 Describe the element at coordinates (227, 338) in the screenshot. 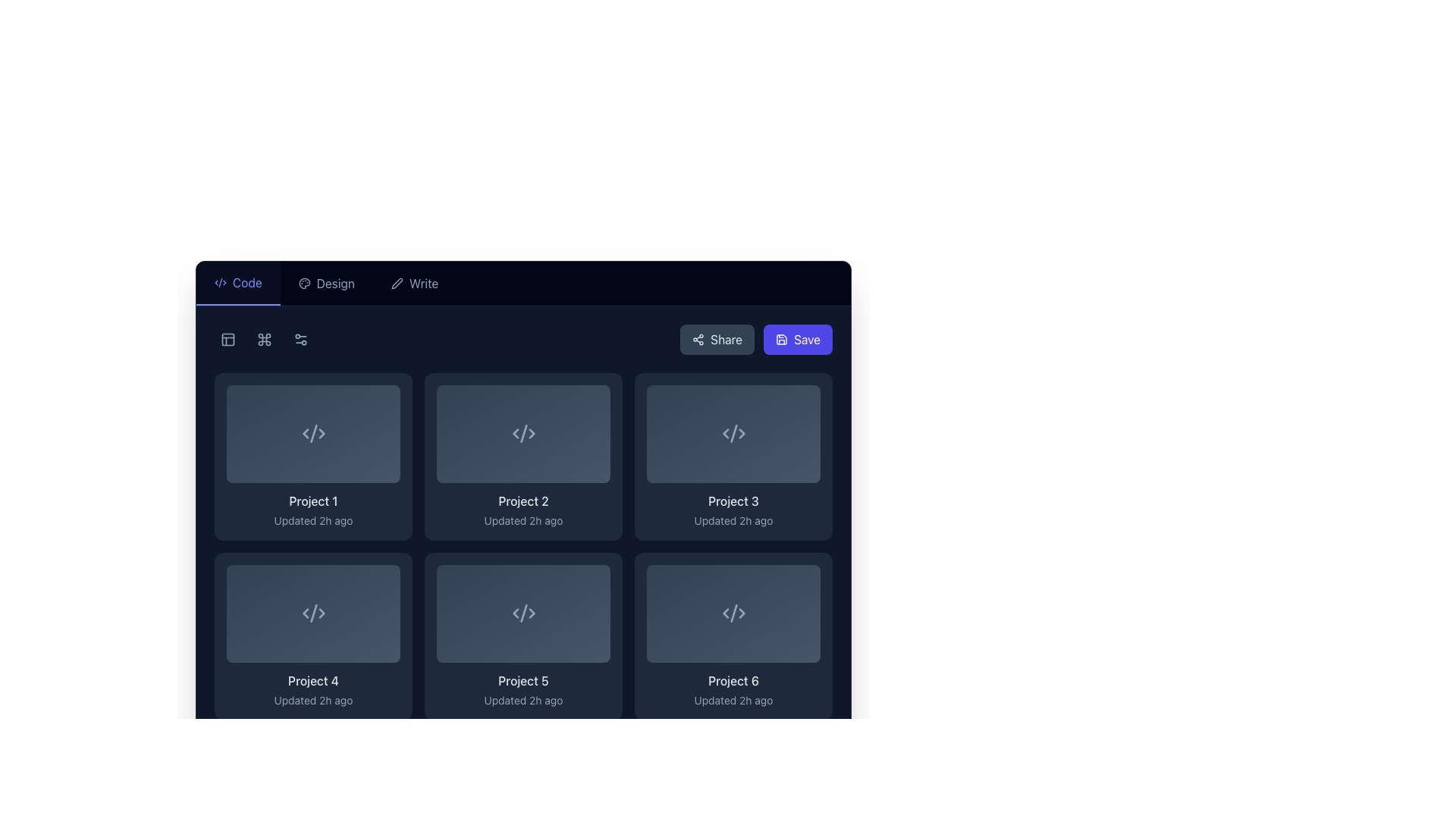

I see `the small, square button with rounded edges featuring a grid icon located at the top-left corner of the interface` at that location.